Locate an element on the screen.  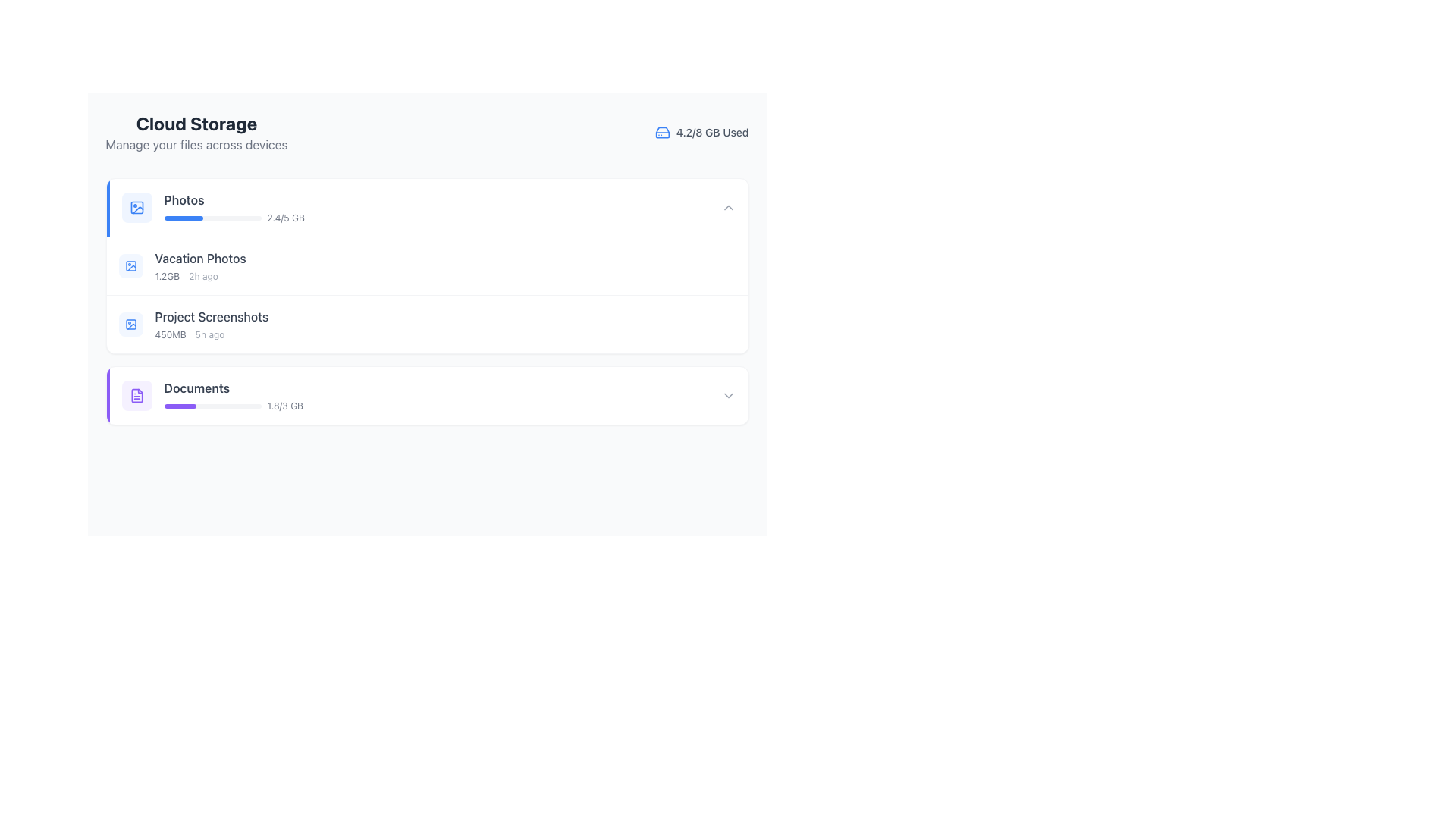
the Text label displaying '450MB' and '5h ago' beneath the title 'Project Screenshots' is located at coordinates (211, 334).